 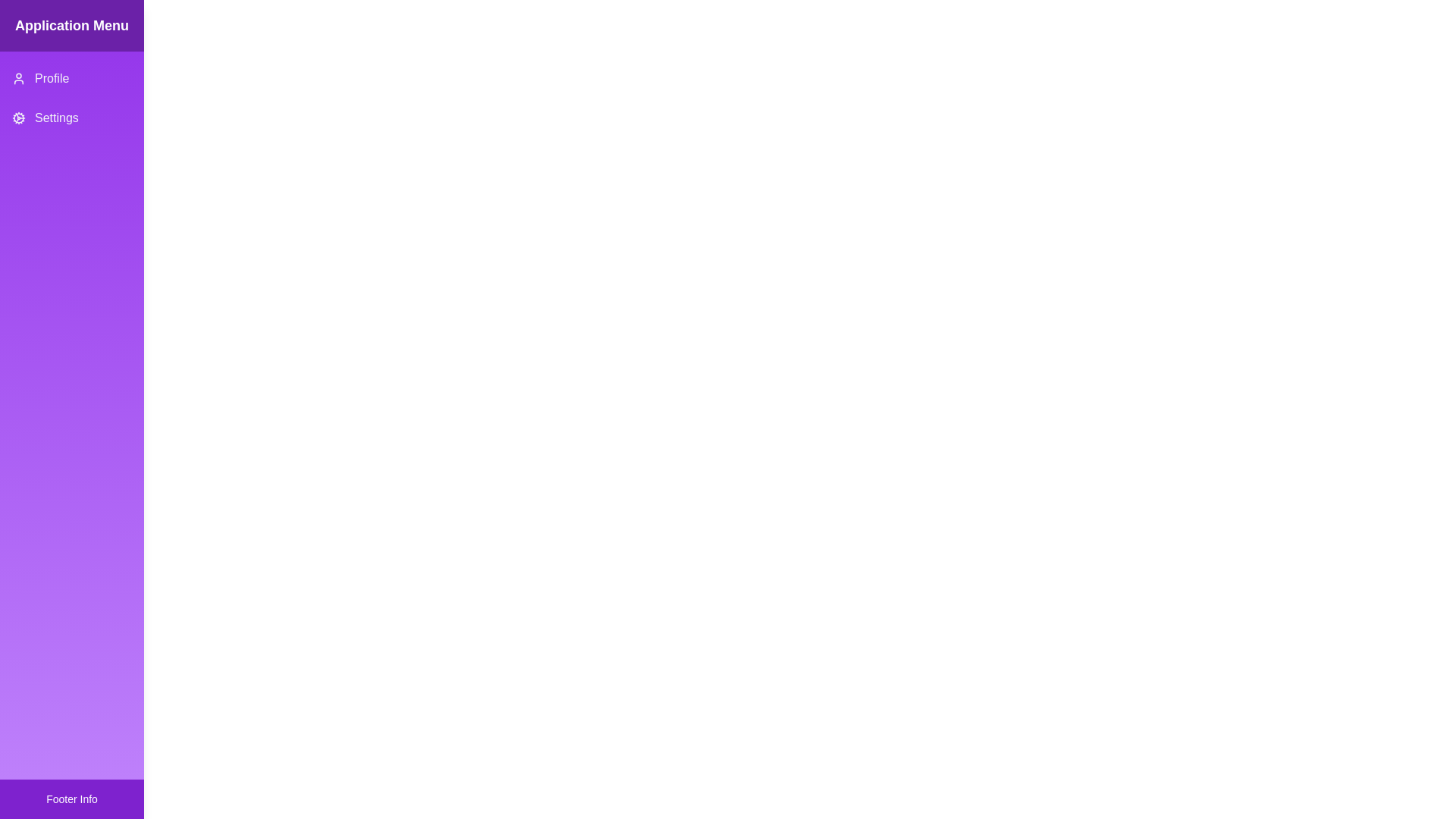 What do you see at coordinates (29, 29) in the screenshot?
I see `the button at the top-left corner to toggle the drawer's visibility` at bounding box center [29, 29].